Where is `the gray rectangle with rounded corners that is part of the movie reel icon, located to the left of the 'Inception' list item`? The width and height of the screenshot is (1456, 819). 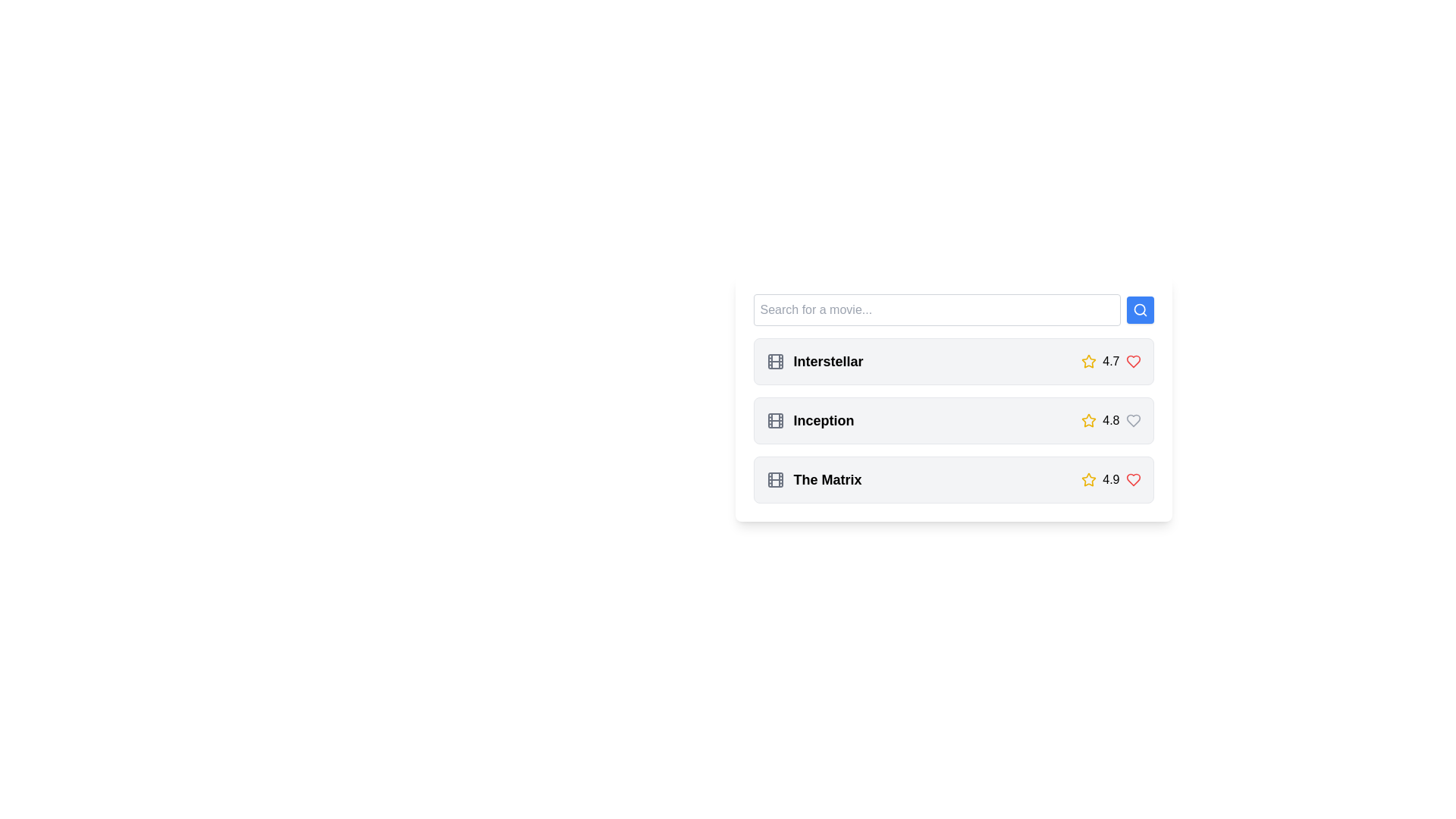
the gray rectangle with rounded corners that is part of the movie reel icon, located to the left of the 'Inception' list item is located at coordinates (775, 421).